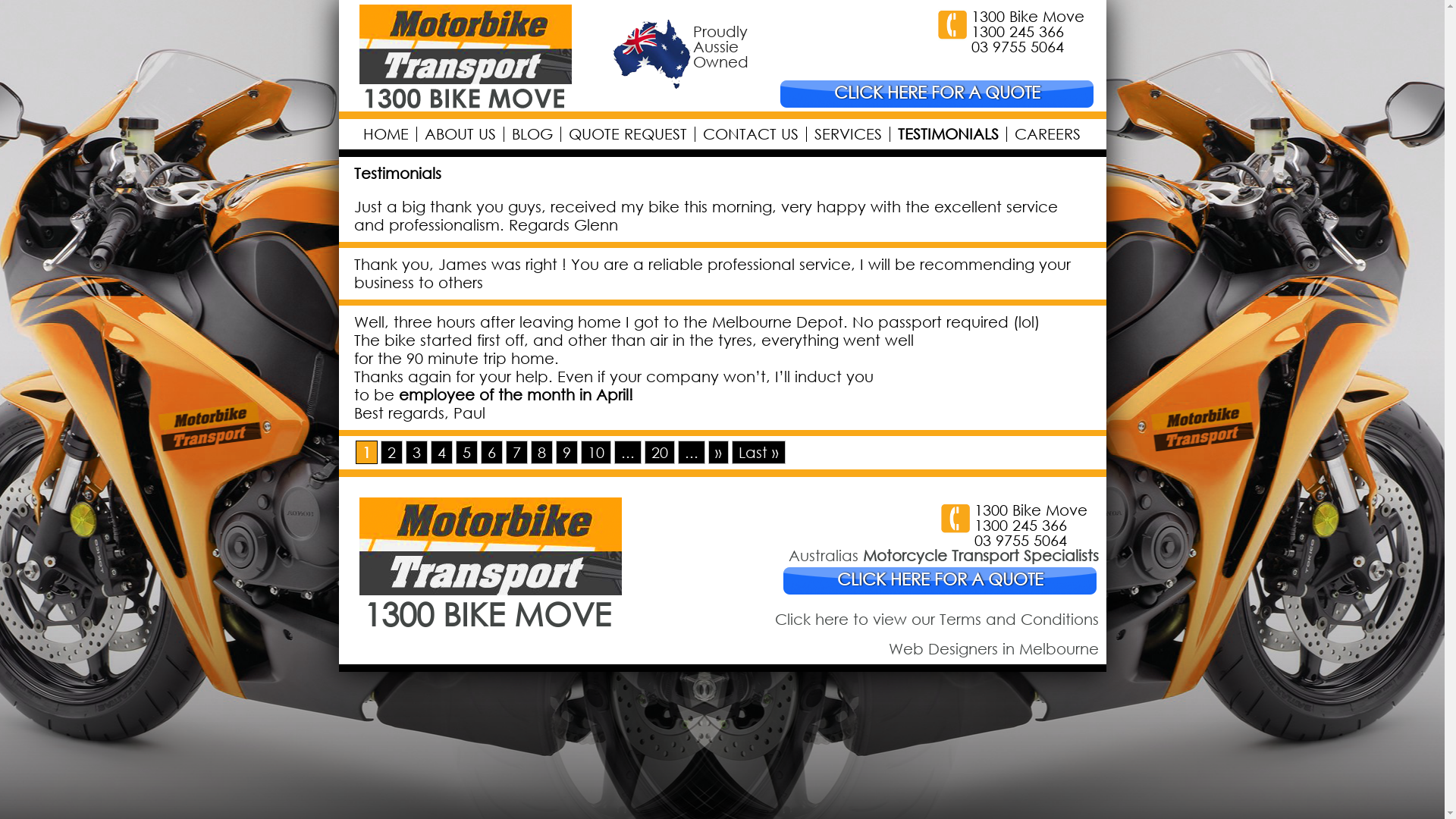  What do you see at coordinates (971, 45) in the screenshot?
I see `'03 9755 5064'` at bounding box center [971, 45].